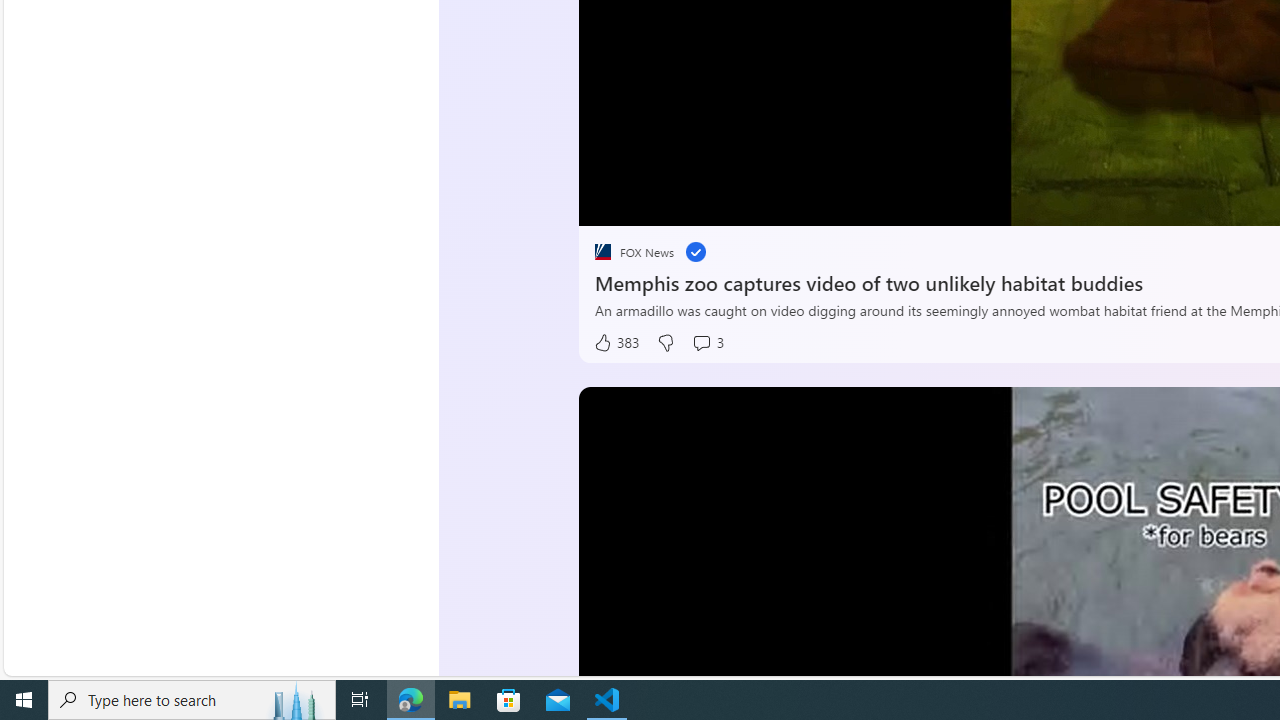 The image size is (1280, 720). I want to click on 'Seek Back', so click(648, 203).